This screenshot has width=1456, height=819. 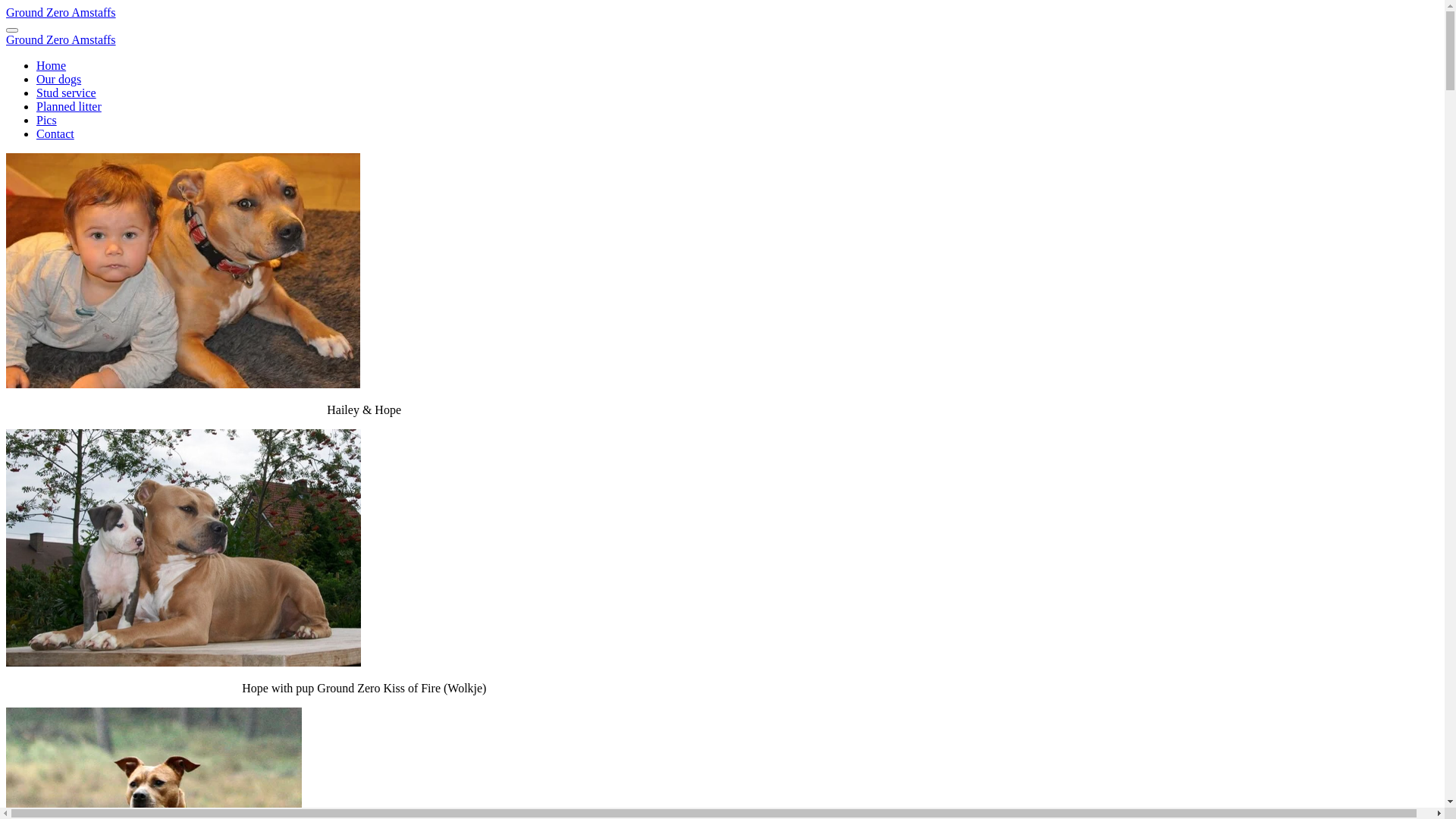 What do you see at coordinates (65, 93) in the screenshot?
I see `'Stud service'` at bounding box center [65, 93].